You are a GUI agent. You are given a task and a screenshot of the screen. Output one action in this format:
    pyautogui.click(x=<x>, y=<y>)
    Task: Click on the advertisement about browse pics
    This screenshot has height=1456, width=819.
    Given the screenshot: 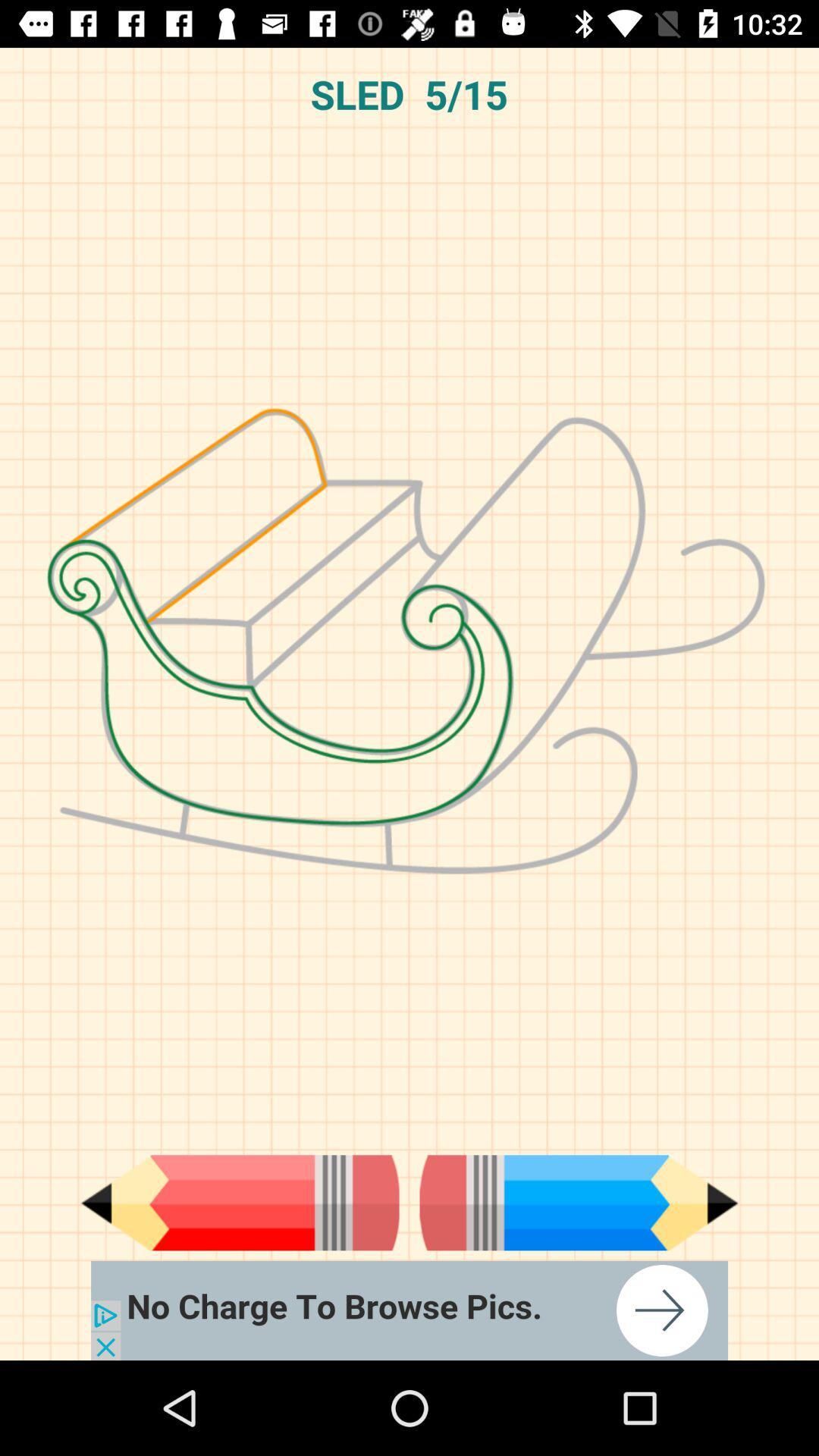 What is the action you would take?
    pyautogui.click(x=409, y=1310)
    